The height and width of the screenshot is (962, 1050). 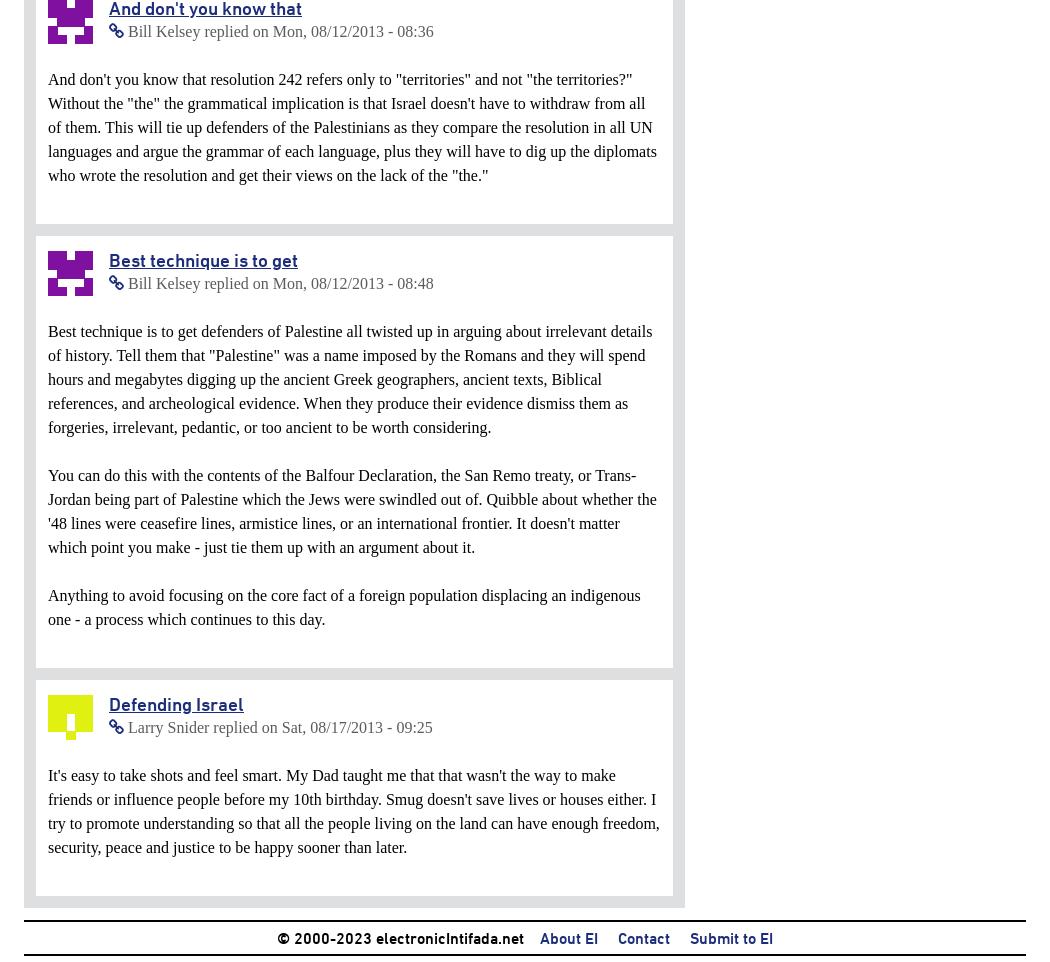 What do you see at coordinates (400, 938) in the screenshot?
I see `'© 2000-2023 electronicIntifada.net'` at bounding box center [400, 938].